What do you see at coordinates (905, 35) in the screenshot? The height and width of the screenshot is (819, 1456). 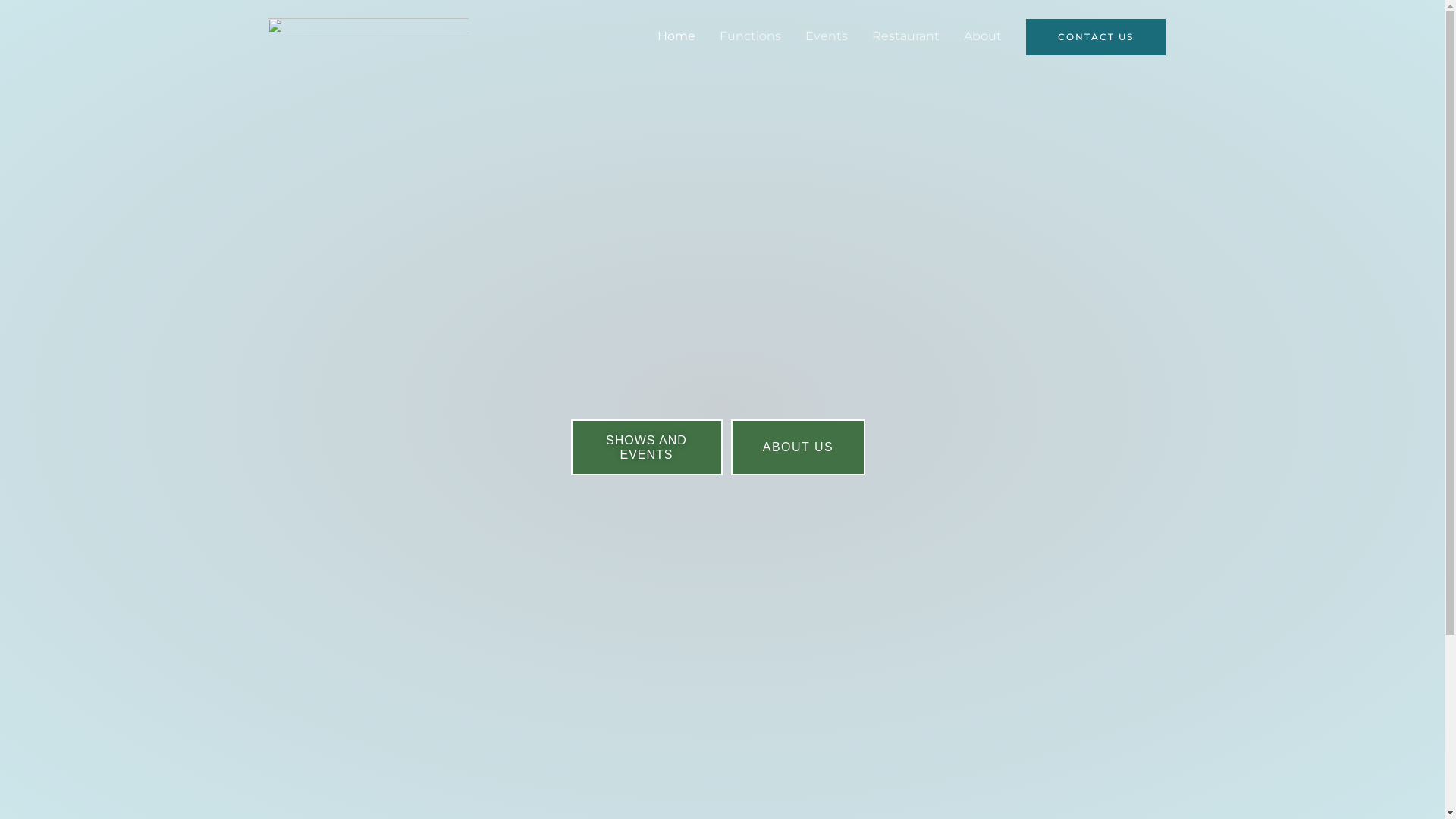 I see `'Restaurant'` at bounding box center [905, 35].